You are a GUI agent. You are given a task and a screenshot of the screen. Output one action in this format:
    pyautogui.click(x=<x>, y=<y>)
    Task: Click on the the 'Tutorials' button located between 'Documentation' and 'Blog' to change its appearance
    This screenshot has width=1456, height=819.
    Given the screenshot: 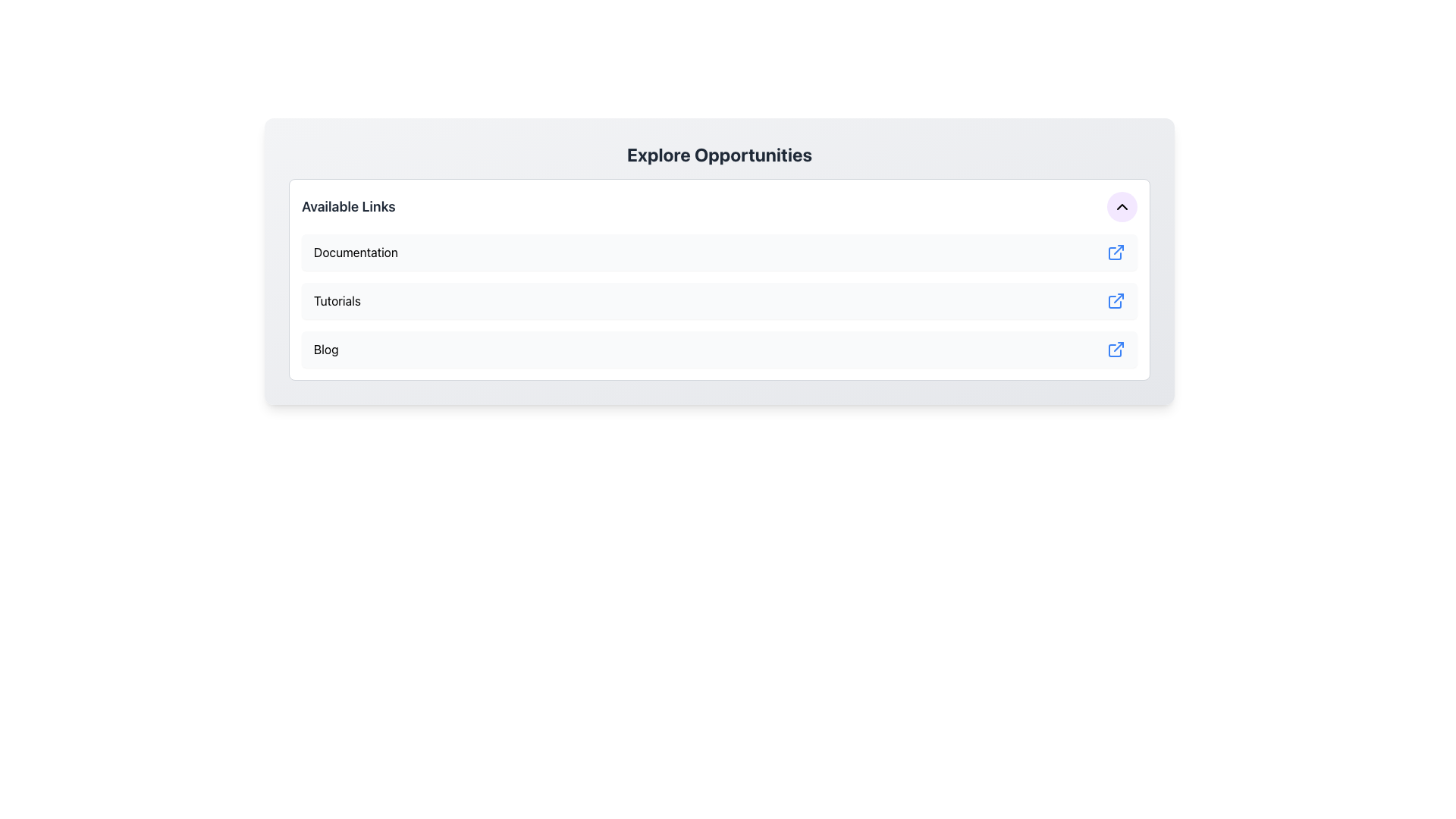 What is the action you would take?
    pyautogui.click(x=719, y=301)
    